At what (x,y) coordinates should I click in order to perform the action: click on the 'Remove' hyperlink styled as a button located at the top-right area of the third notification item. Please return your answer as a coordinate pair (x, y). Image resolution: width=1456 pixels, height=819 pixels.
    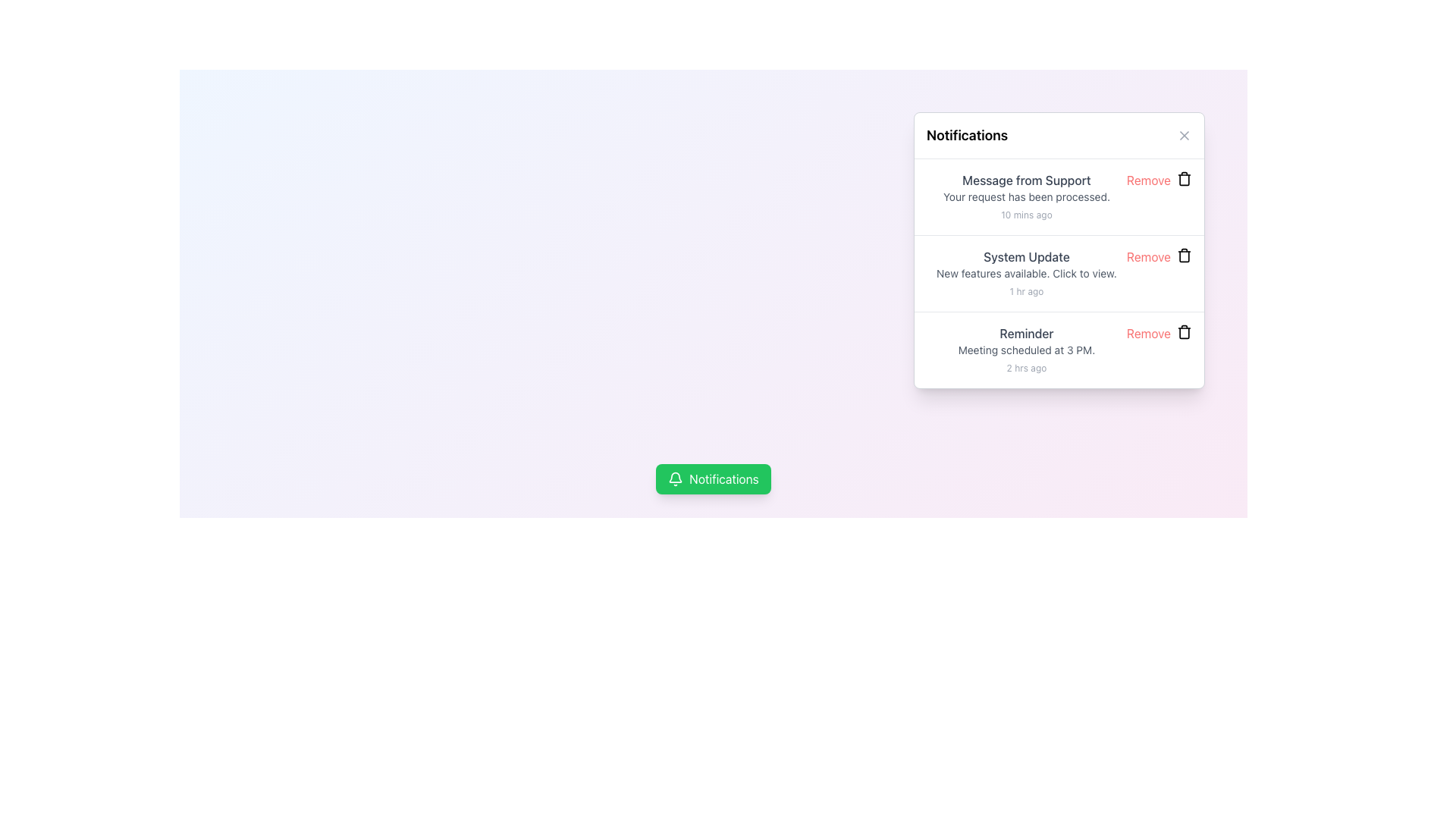
    Looking at the image, I should click on (1149, 332).